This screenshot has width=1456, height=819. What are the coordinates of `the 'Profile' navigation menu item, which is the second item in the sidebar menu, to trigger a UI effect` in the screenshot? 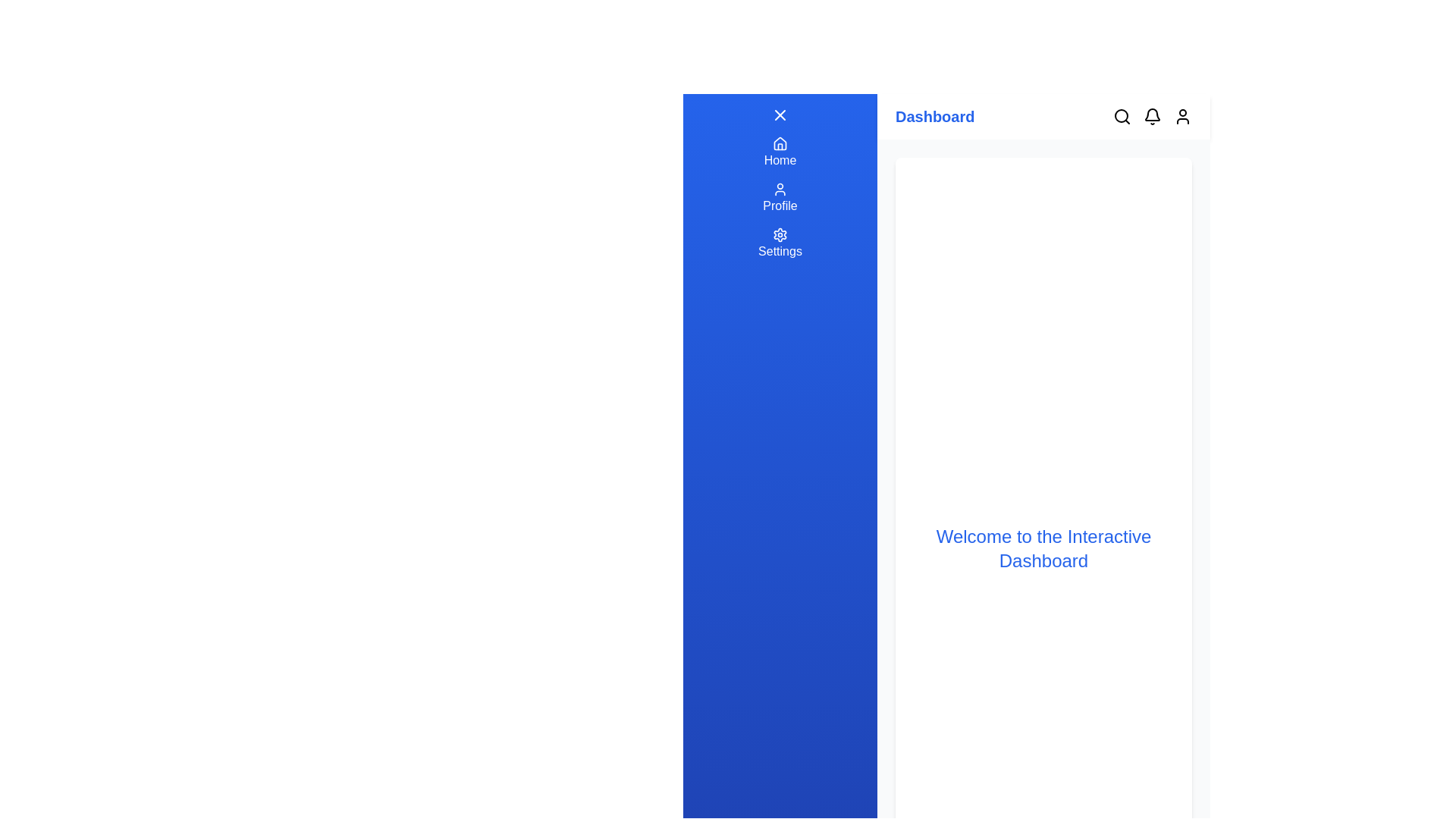 It's located at (780, 198).